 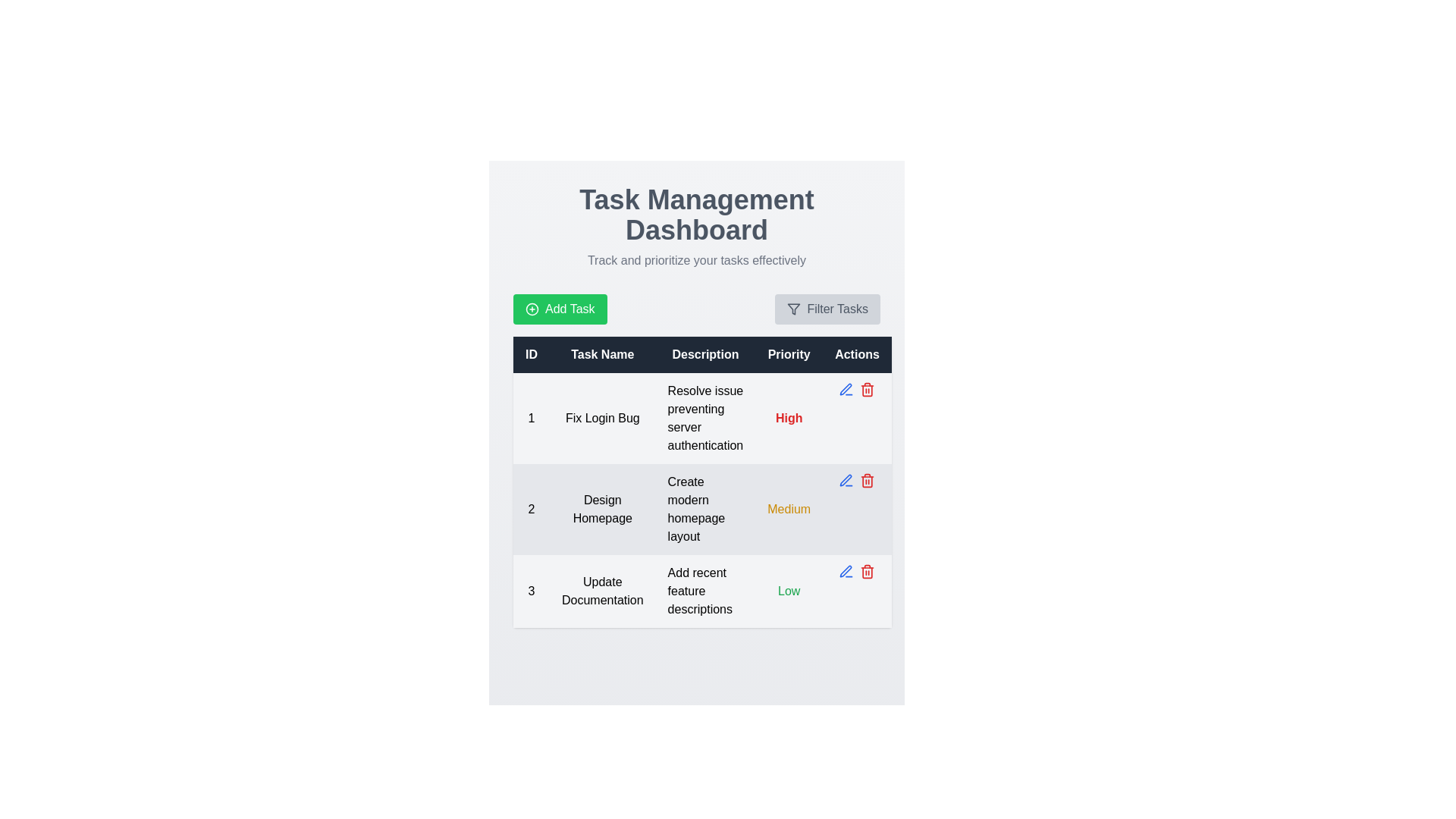 What do you see at coordinates (704, 509) in the screenshot?
I see `the text label that describes the task 'Design Homepage', which is located in the third column of the second row of the 'Task Management Dashboard', positioned between the 'Design Homepage' label and the 'Medium' priority indicator` at bounding box center [704, 509].